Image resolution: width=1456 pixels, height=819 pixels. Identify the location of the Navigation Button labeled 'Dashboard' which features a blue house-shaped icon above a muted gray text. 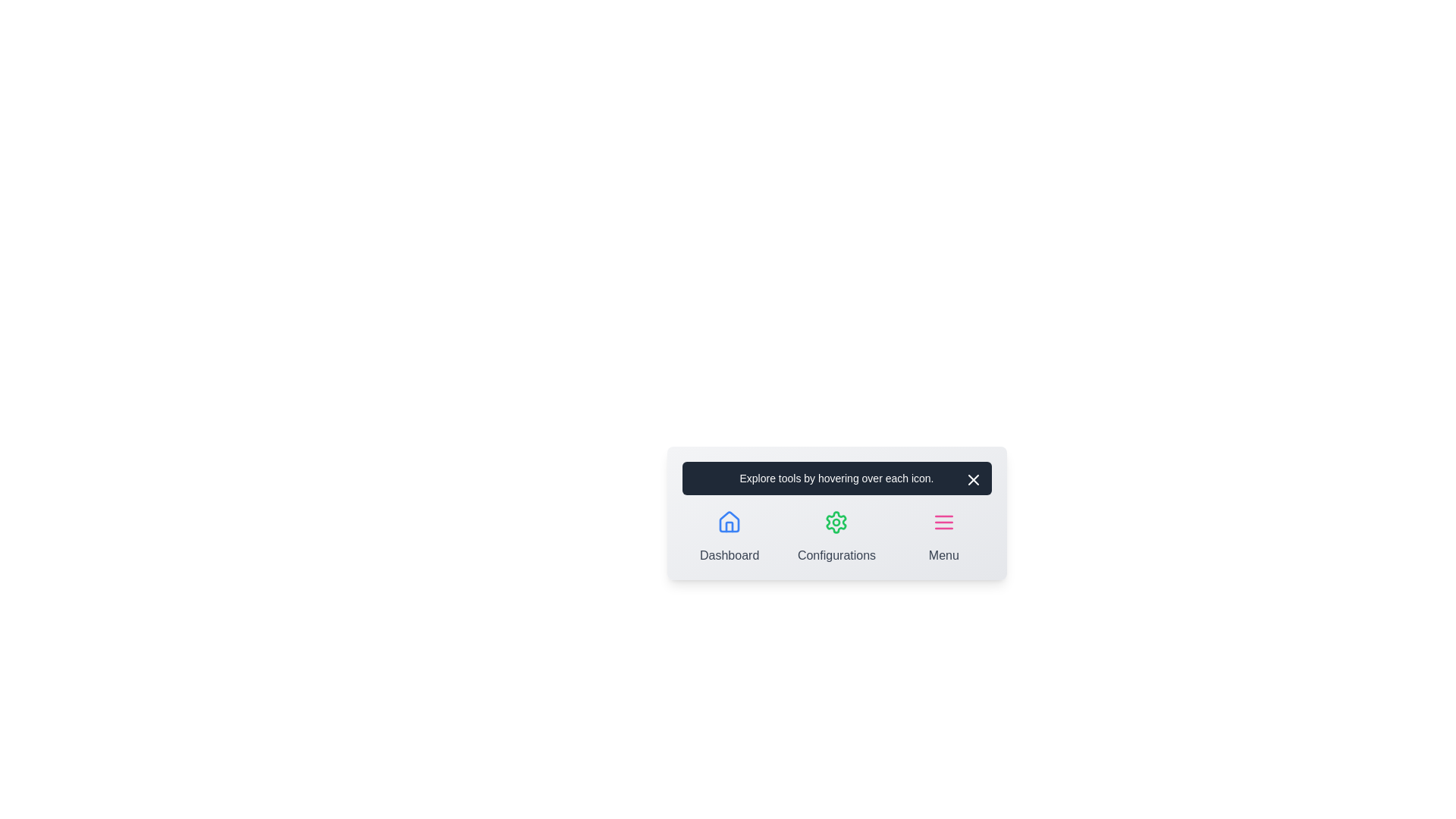
(730, 534).